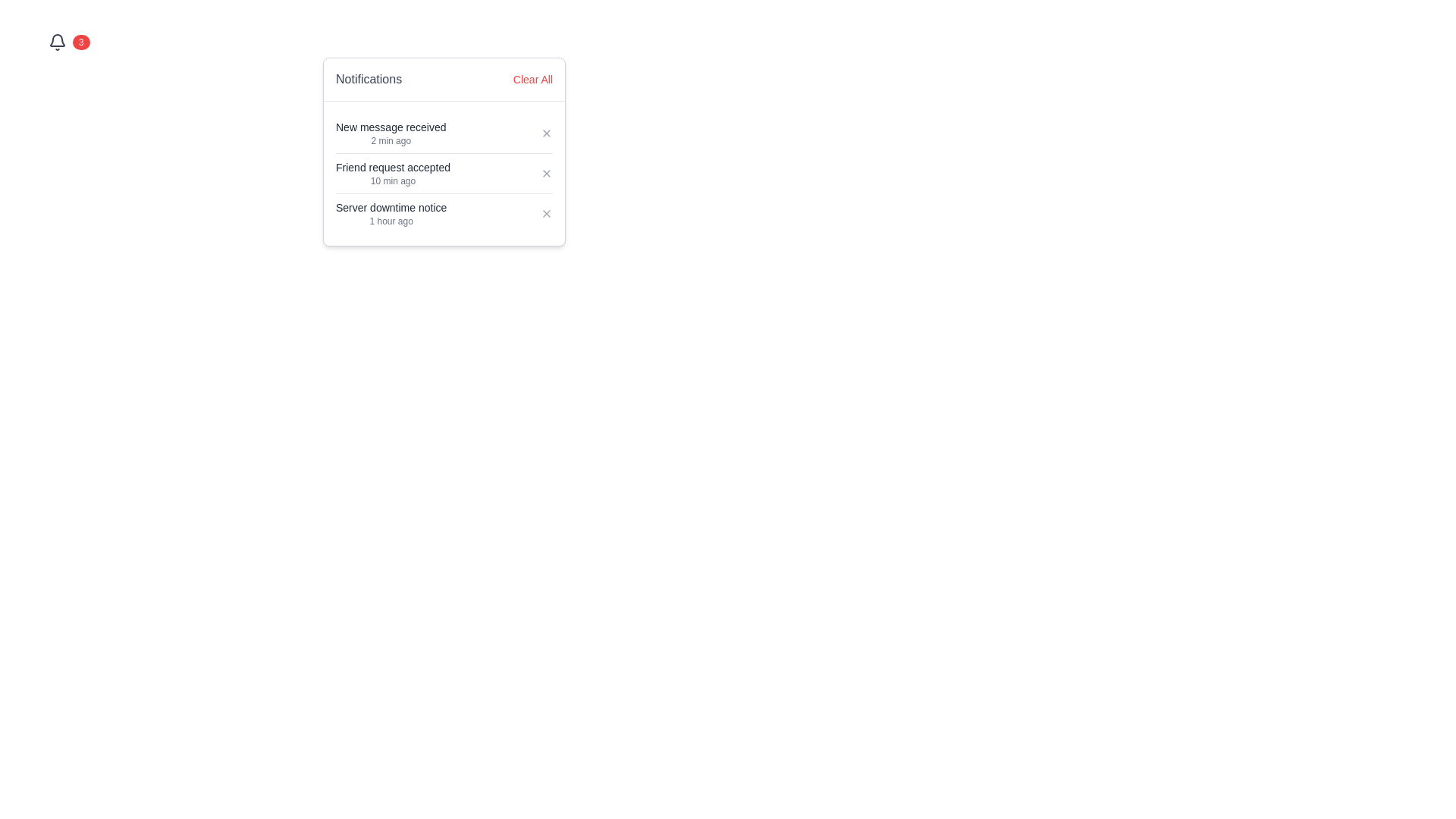 This screenshot has width=1456, height=819. I want to click on the 'Notifications' text label styled in gray font and medium weight, located at the top-left of the notification panel, so click(369, 79).